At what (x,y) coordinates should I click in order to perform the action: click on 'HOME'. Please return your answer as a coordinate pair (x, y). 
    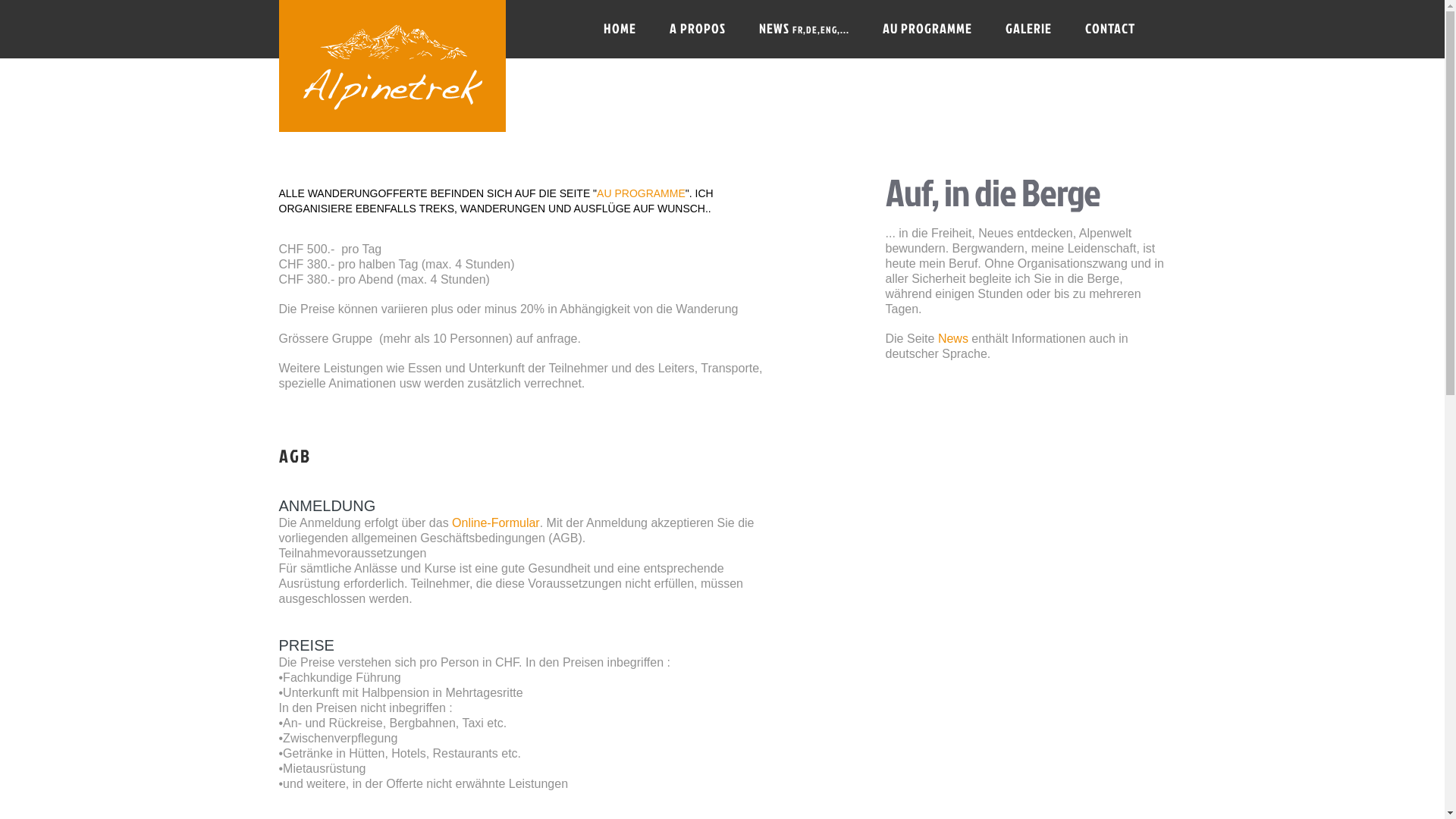
    Looking at the image, I should click on (620, 29).